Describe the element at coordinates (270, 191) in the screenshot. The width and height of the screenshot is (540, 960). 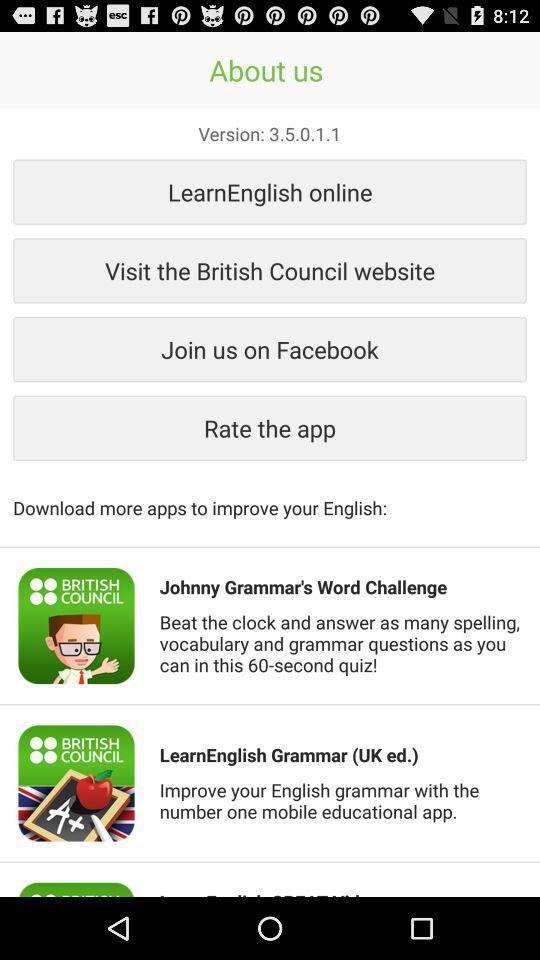
I see `icon above visit the british` at that location.